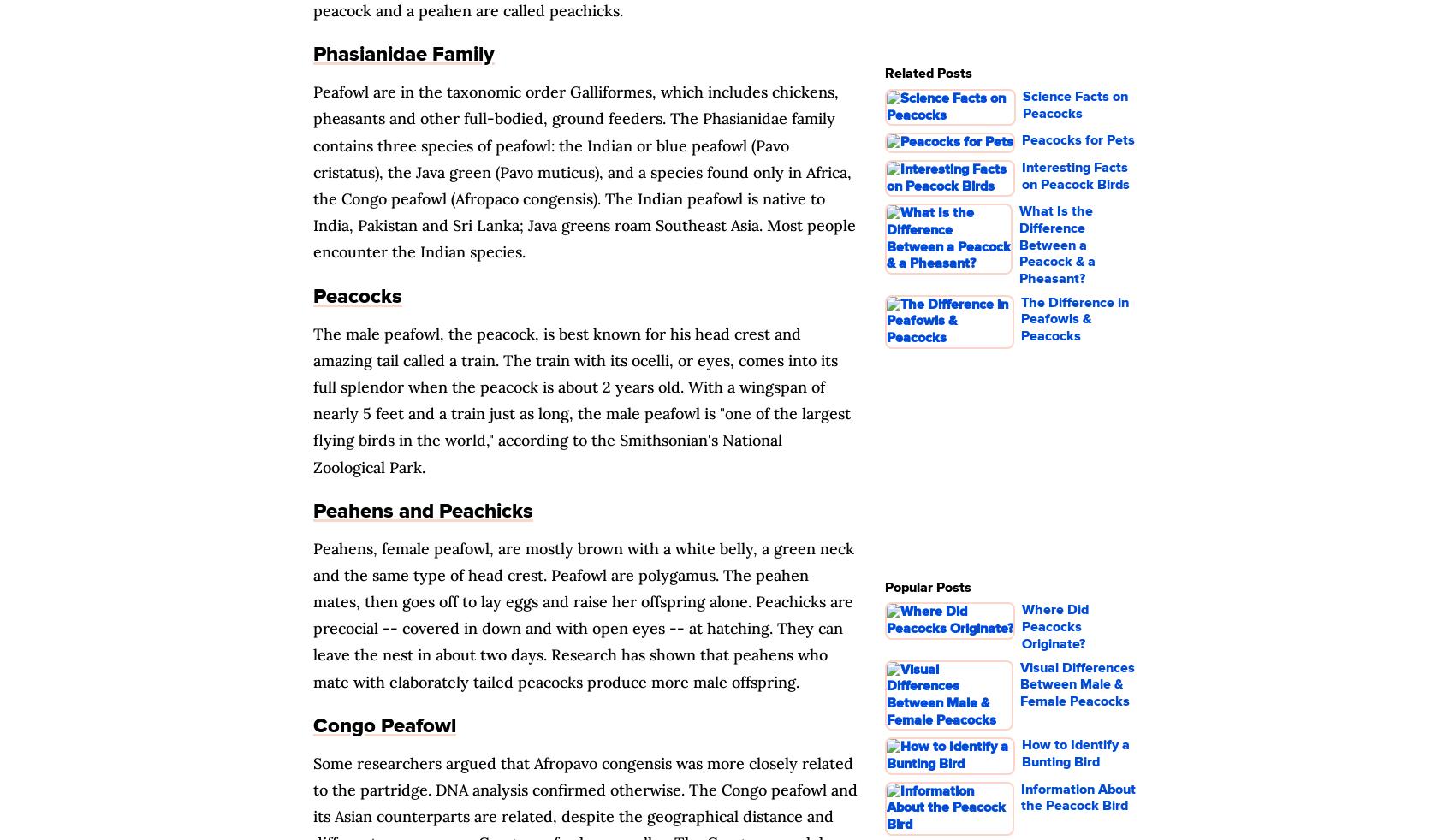  What do you see at coordinates (1072, 318) in the screenshot?
I see `'The Difference in Peafowls & Peacocks'` at bounding box center [1072, 318].